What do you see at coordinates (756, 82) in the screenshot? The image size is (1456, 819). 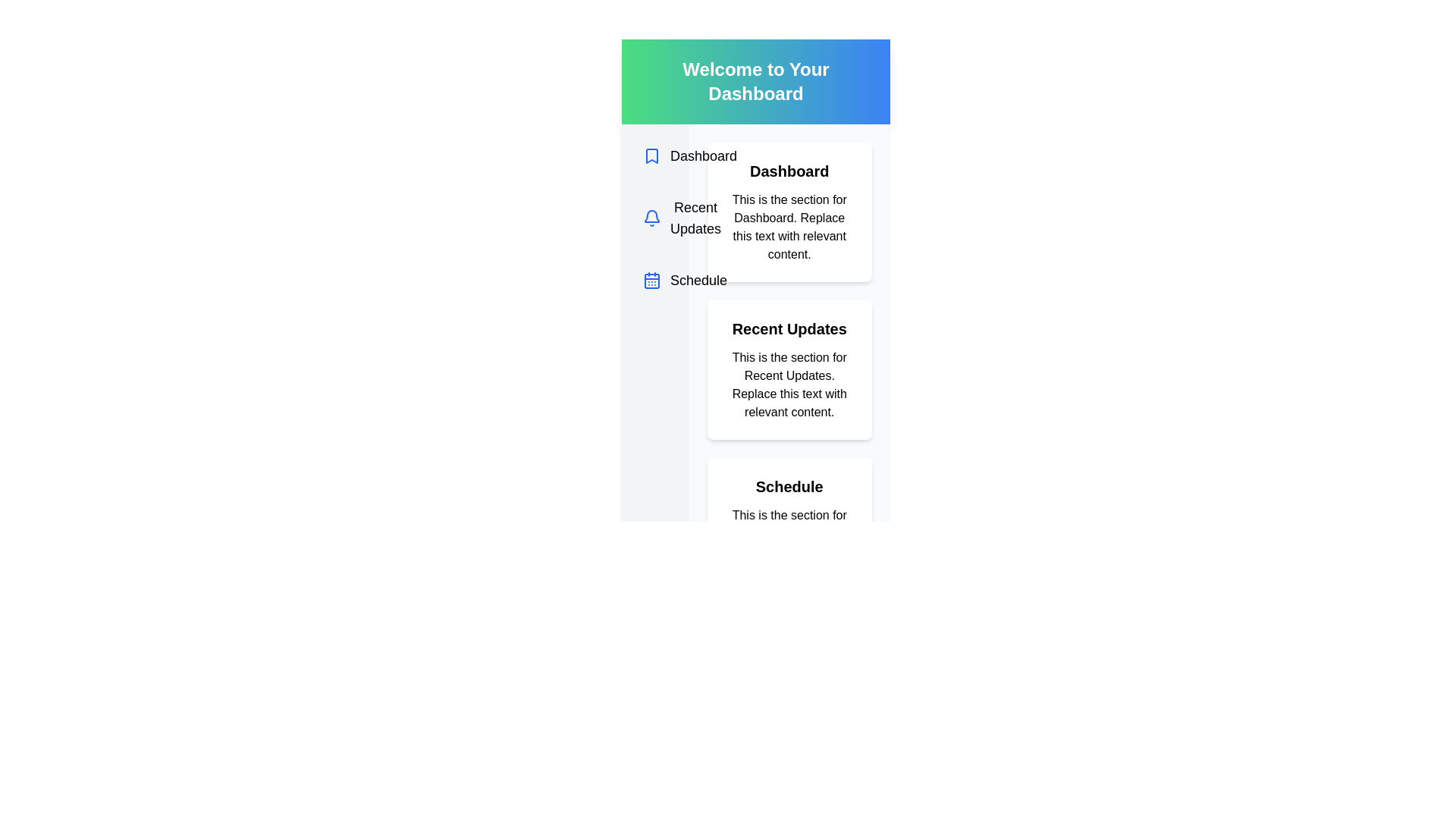 I see `the rectangular banner with a gradient background that displays the text 'Welcome to Your Dashboard'` at bounding box center [756, 82].